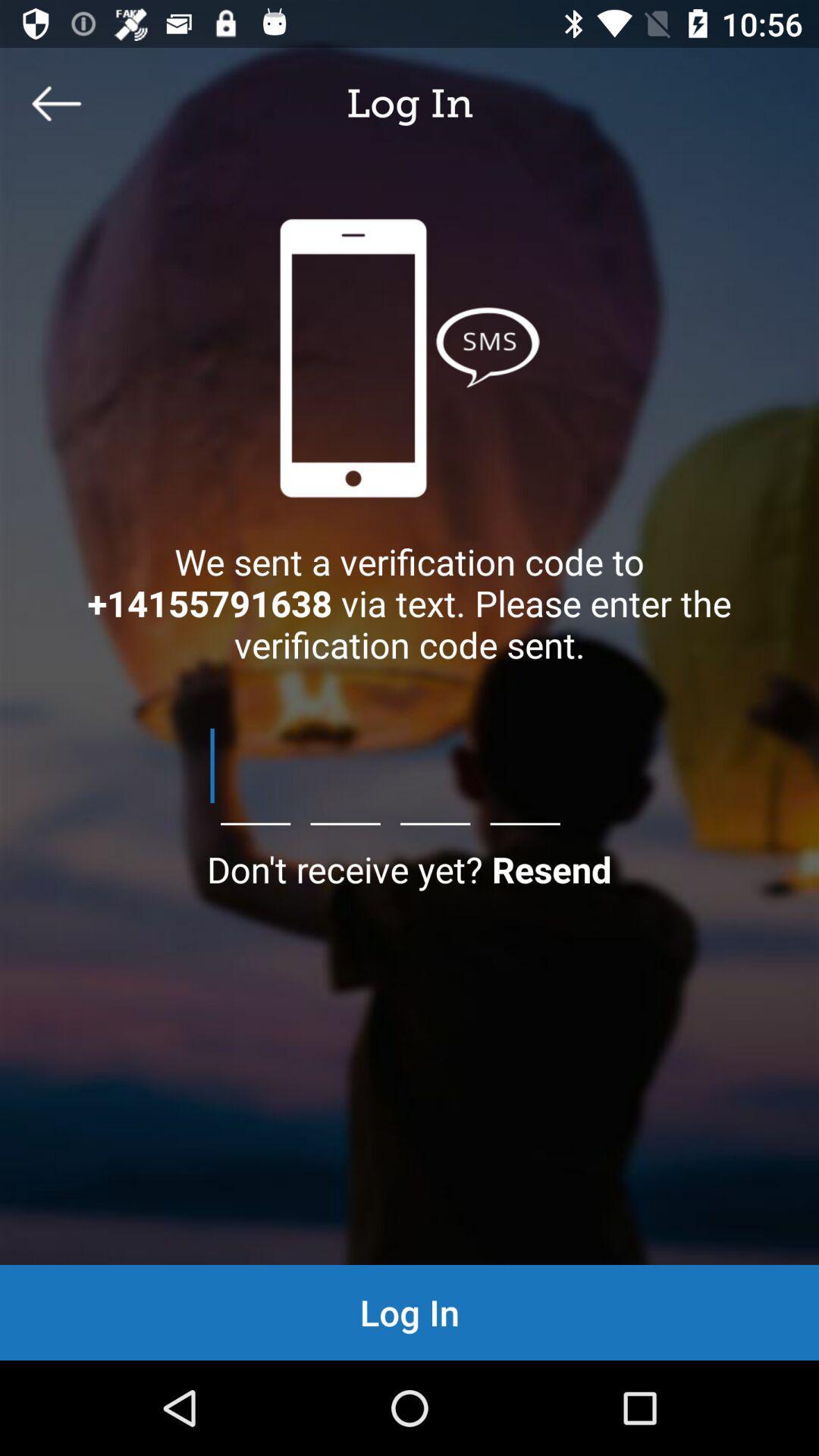 The width and height of the screenshot is (819, 1456). Describe the element at coordinates (55, 102) in the screenshot. I see `go back` at that location.